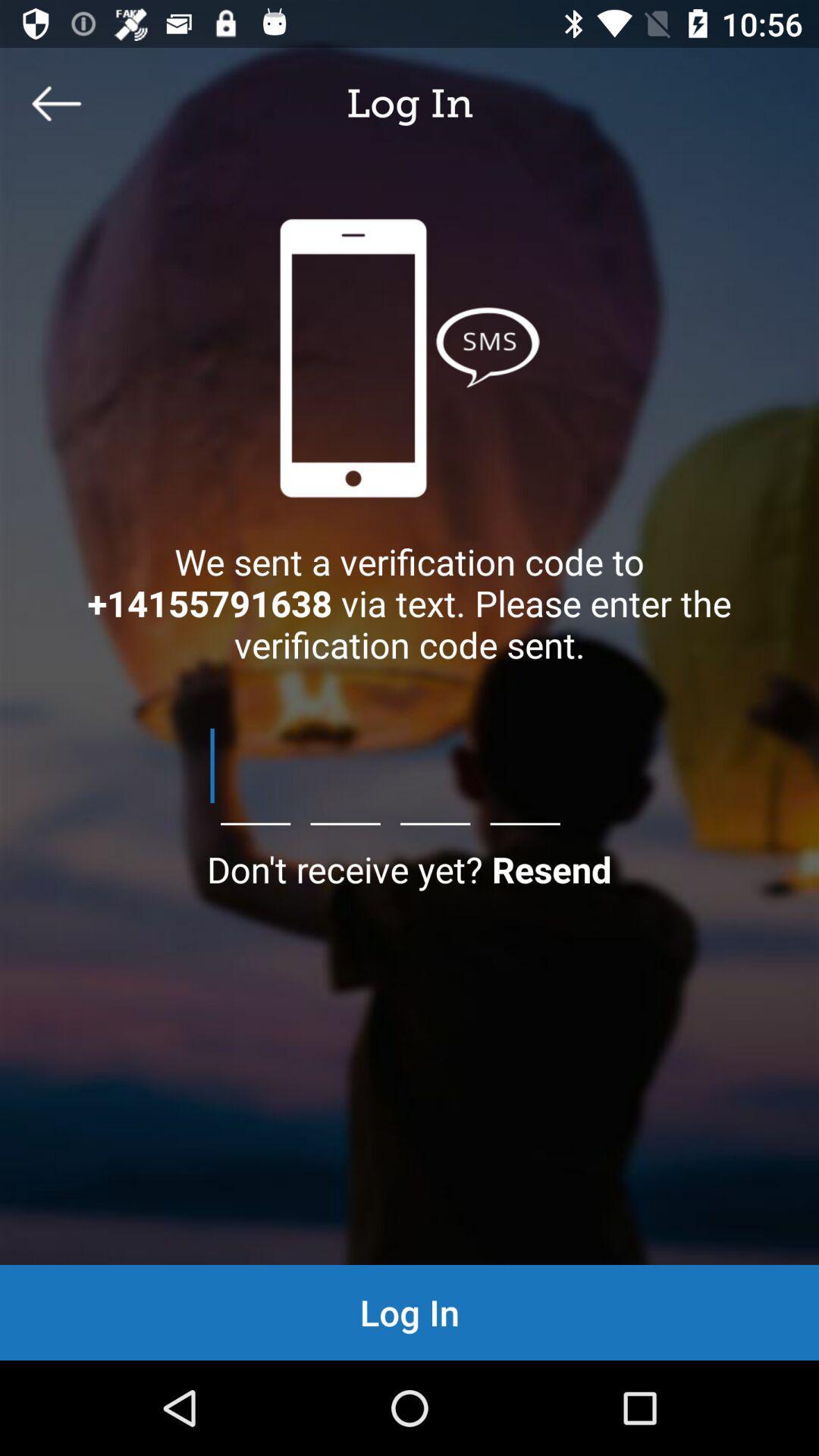 The width and height of the screenshot is (819, 1456). Describe the element at coordinates (55, 102) in the screenshot. I see `go back` at that location.